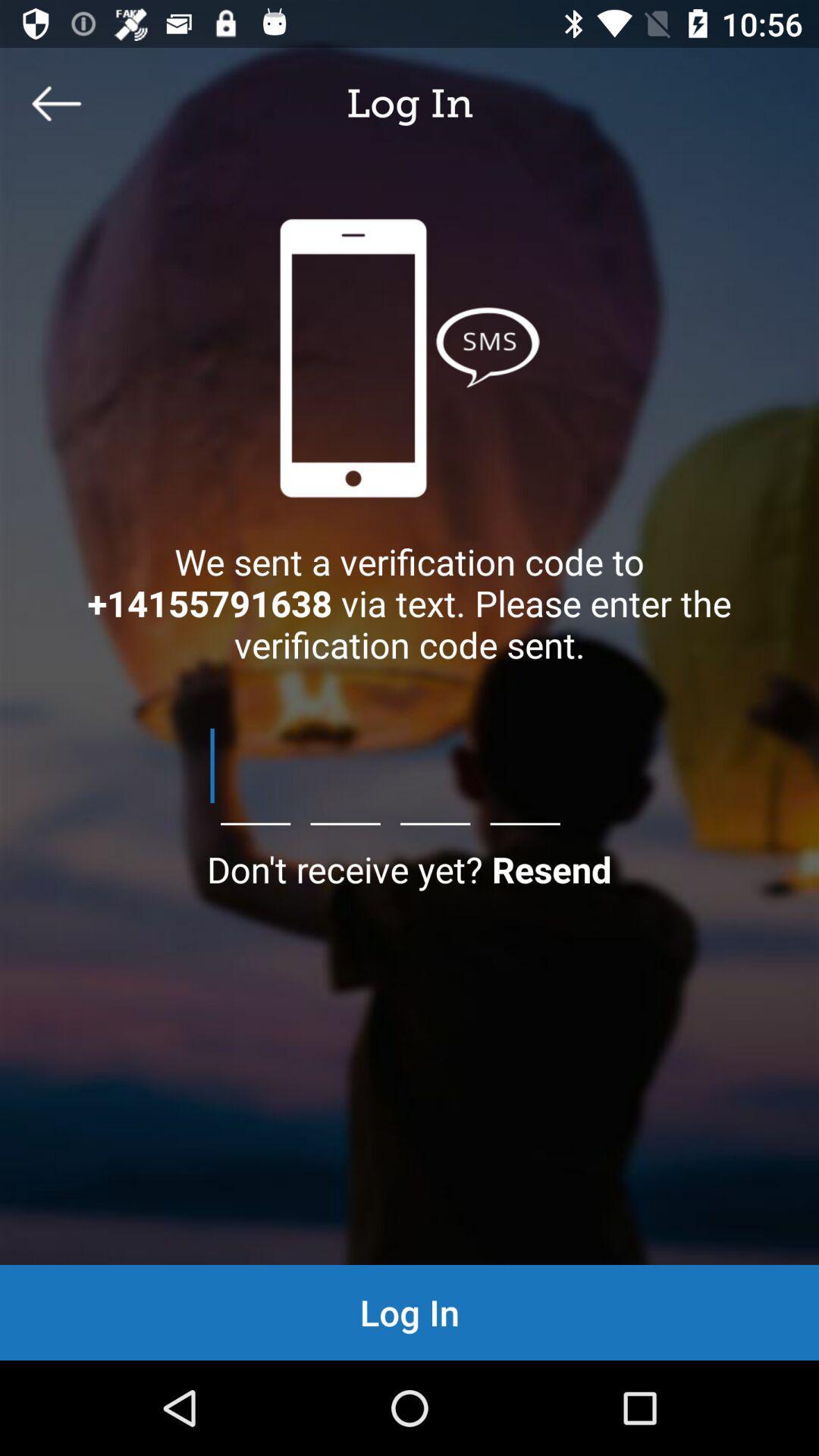 The width and height of the screenshot is (819, 1456). Describe the element at coordinates (55, 102) in the screenshot. I see `go back` at that location.